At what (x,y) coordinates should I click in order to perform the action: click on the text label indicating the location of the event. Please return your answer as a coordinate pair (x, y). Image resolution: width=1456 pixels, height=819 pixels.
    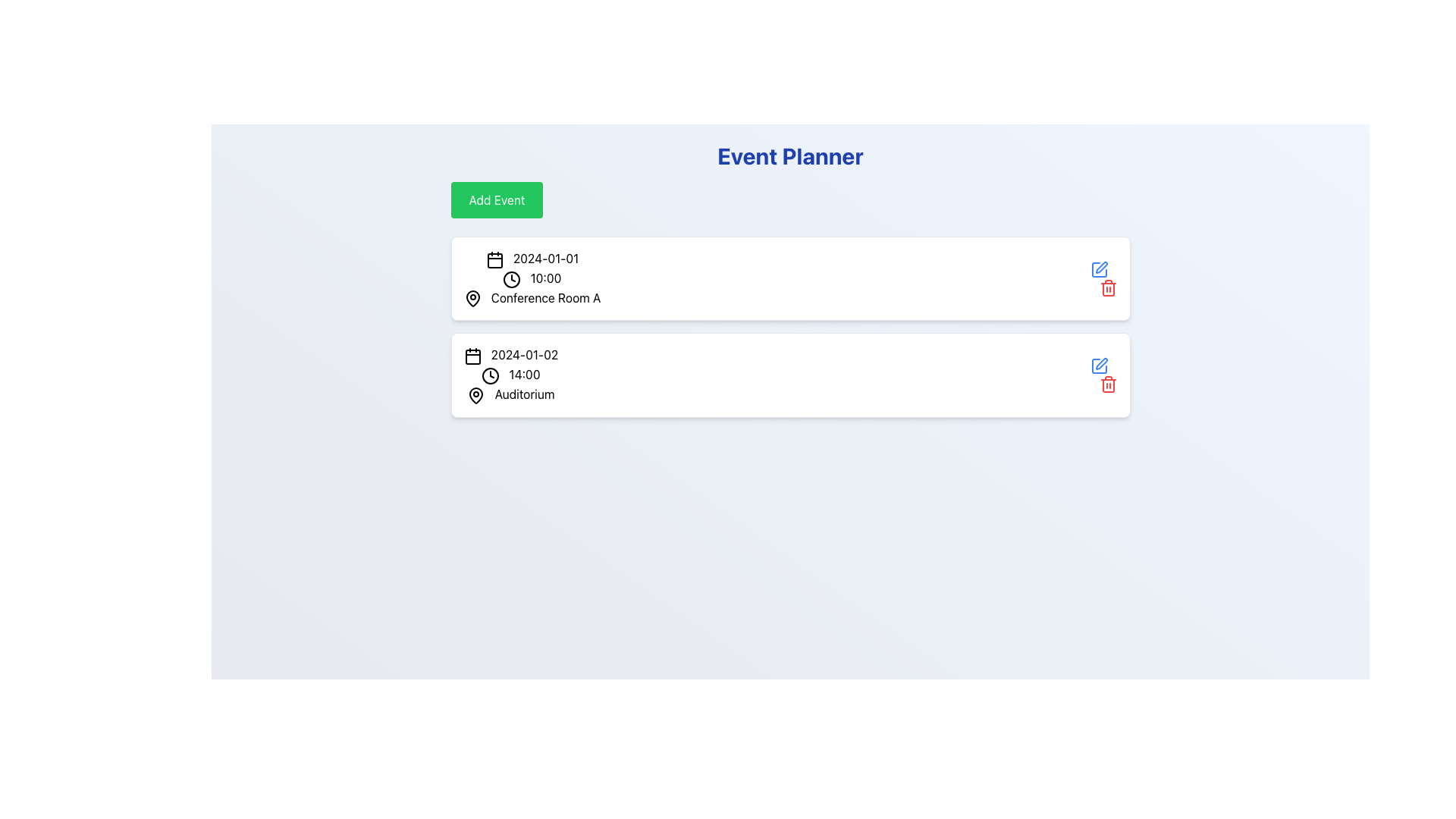
    Looking at the image, I should click on (532, 298).